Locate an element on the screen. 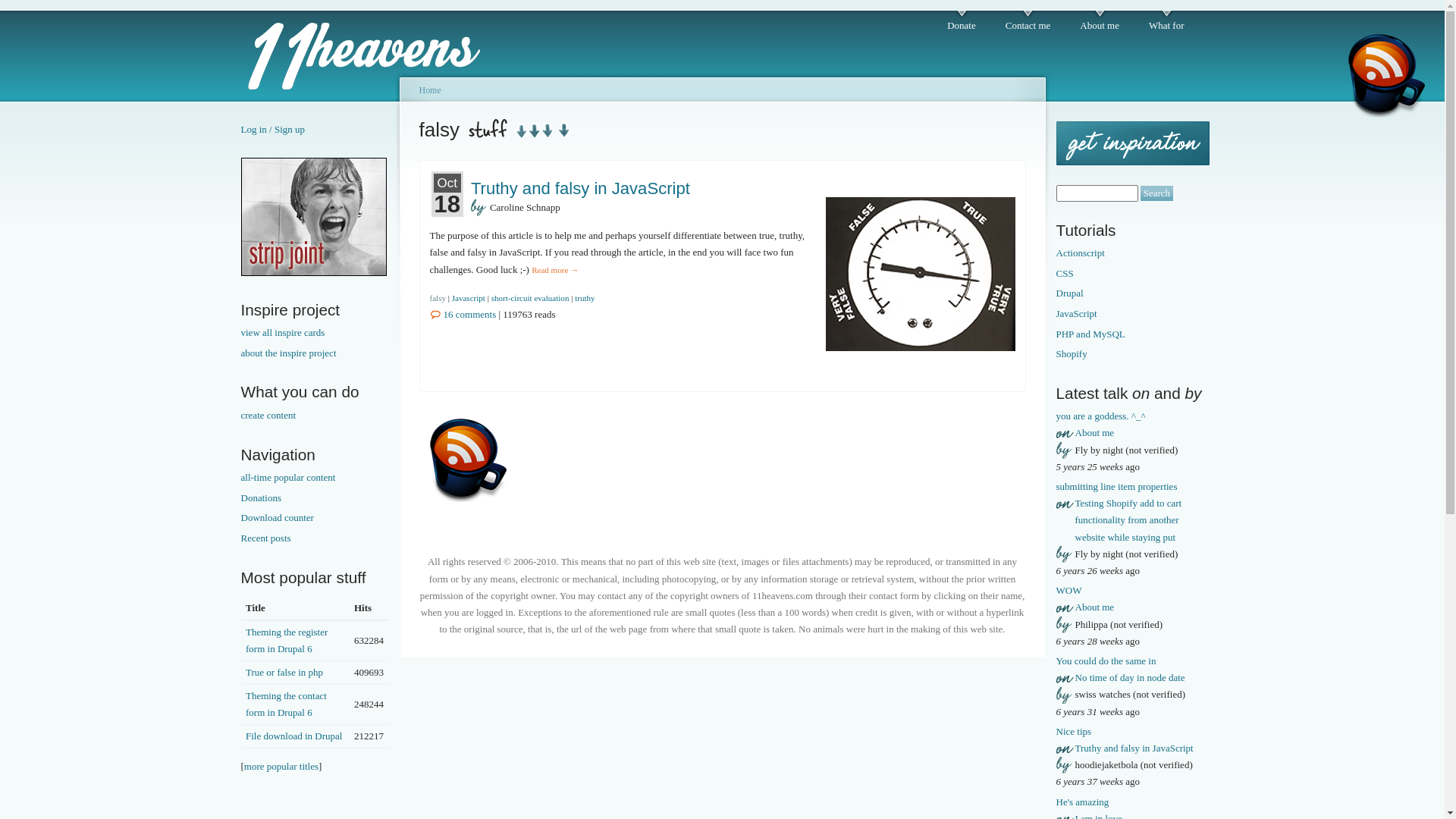  'Feed' is located at coordinates (1386, 74).